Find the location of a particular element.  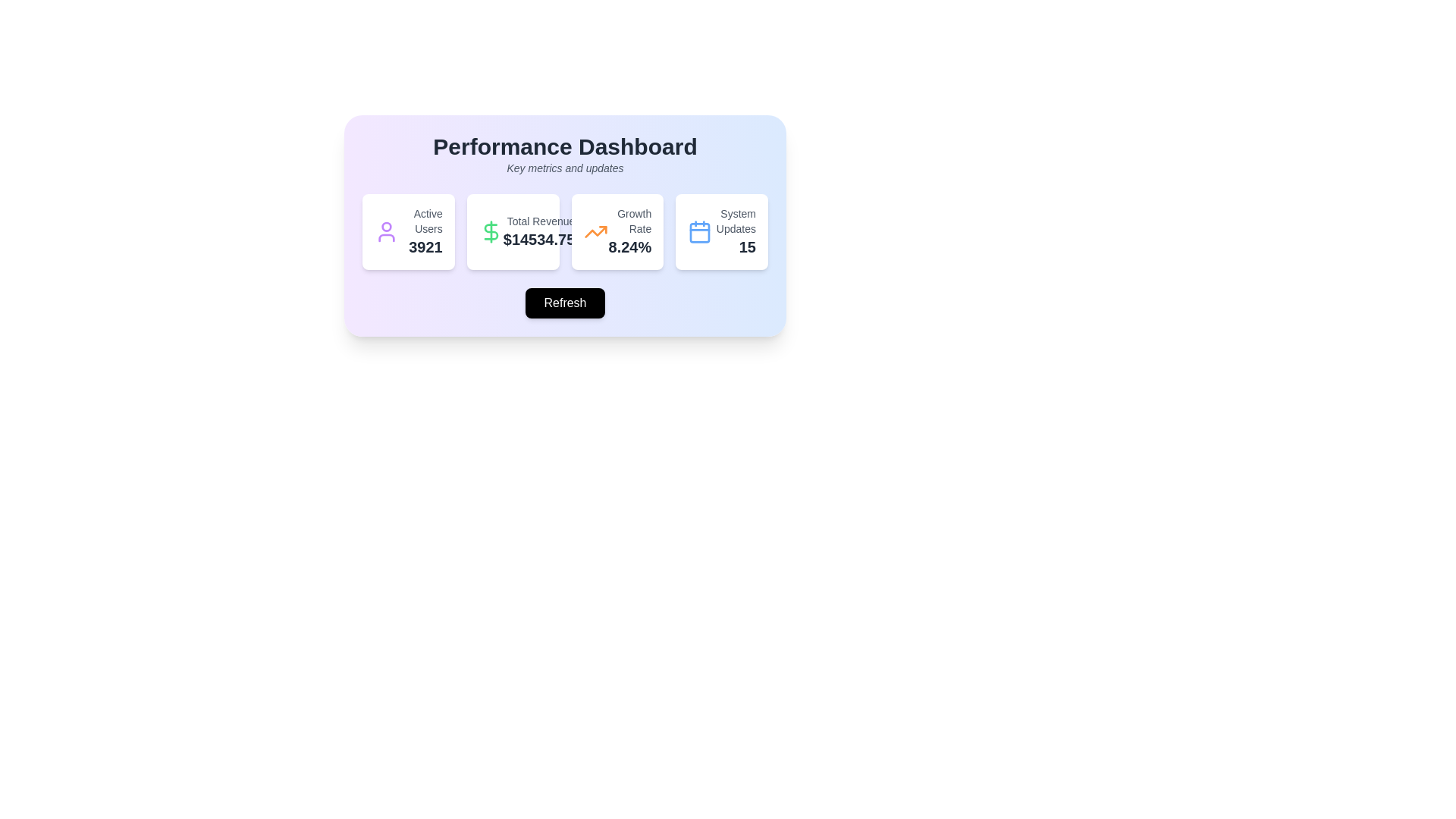

the information displayed on the summary card component that shows the number of system updates, located as the fourth card in a horizontal layout on the dashboard is located at coordinates (721, 231).